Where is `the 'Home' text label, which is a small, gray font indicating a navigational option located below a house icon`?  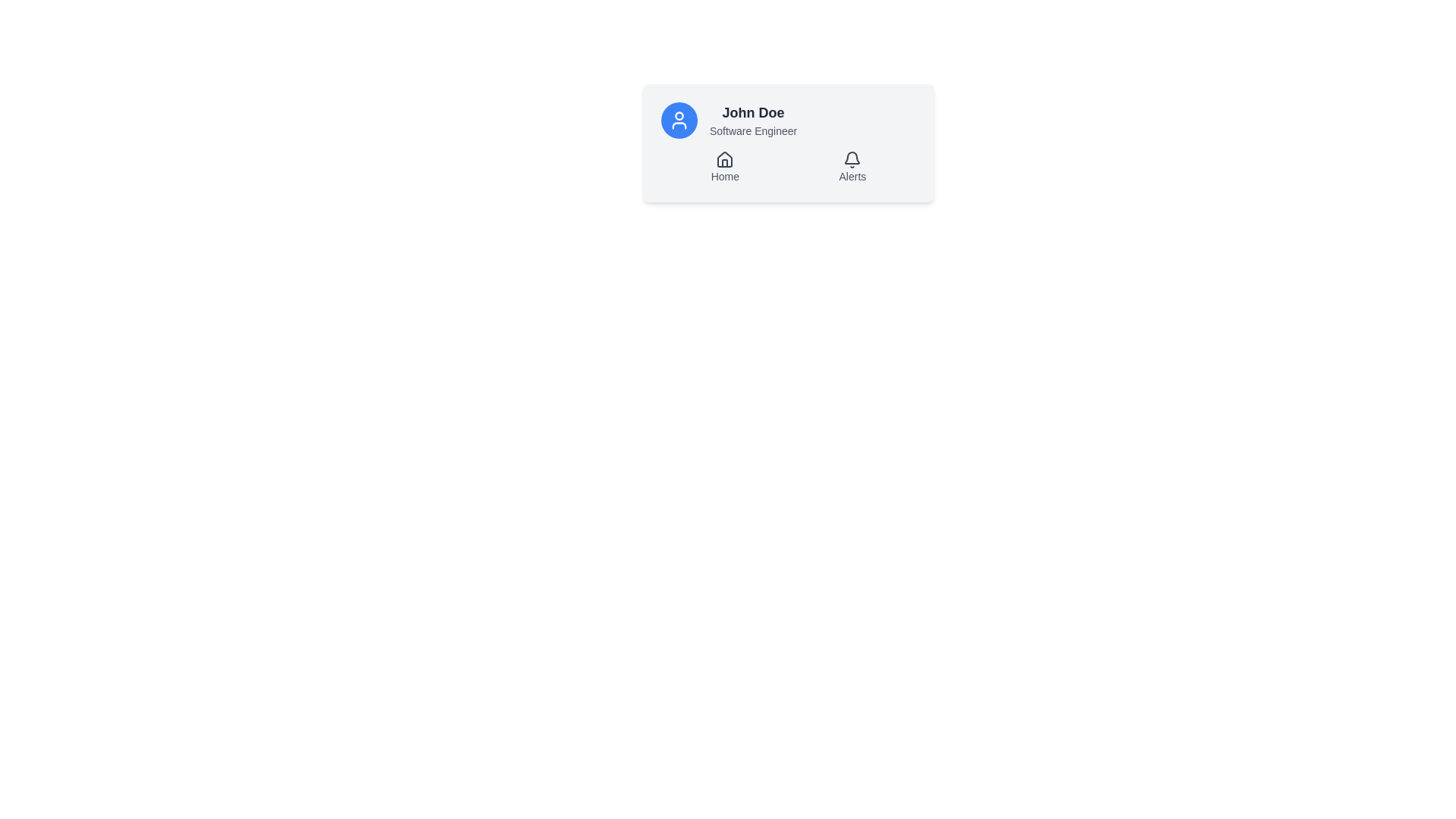
the 'Home' text label, which is a small, gray font indicating a navigational option located below a house icon is located at coordinates (724, 175).